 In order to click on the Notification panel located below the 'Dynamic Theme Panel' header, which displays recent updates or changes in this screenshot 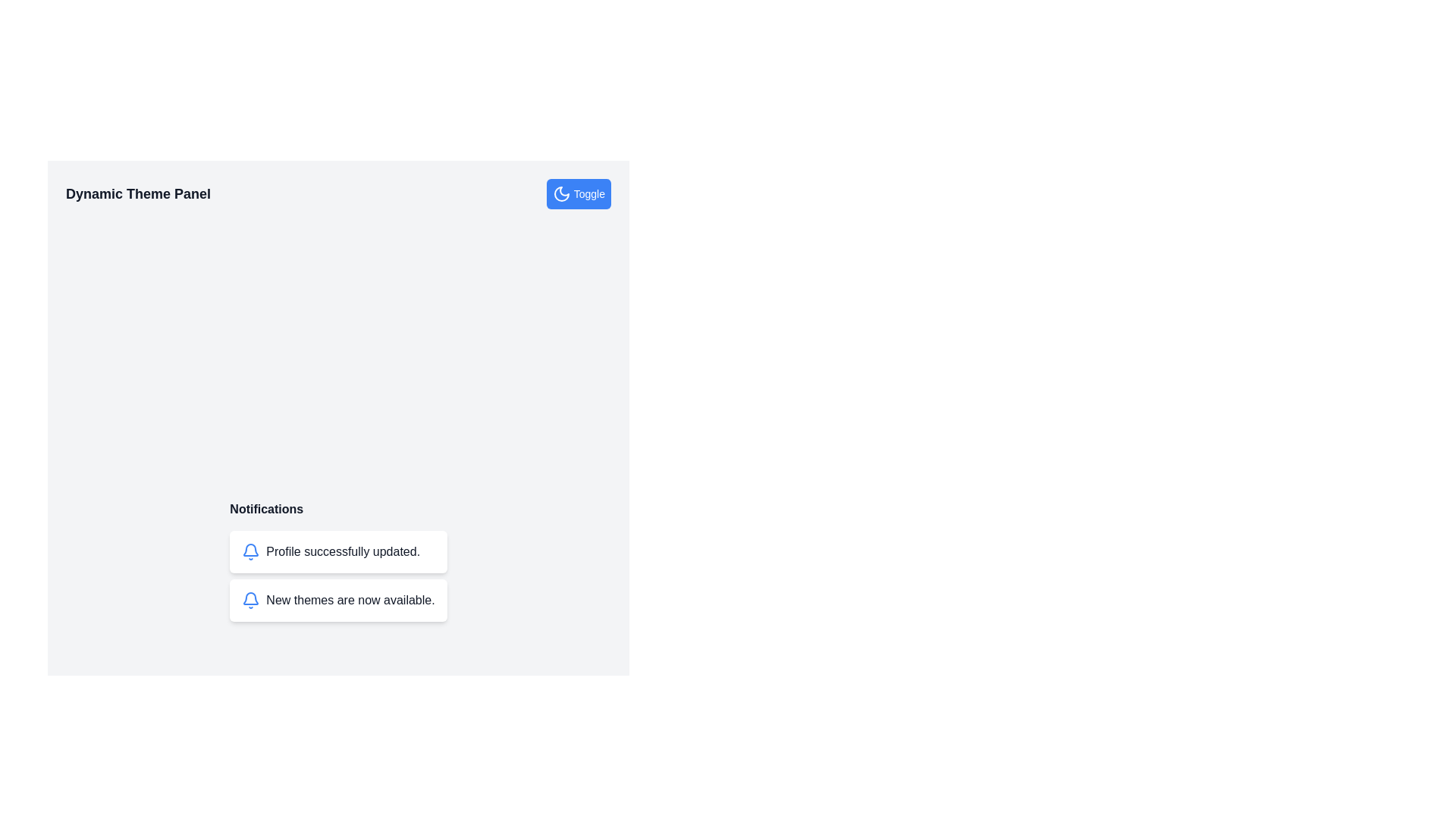, I will do `click(337, 561)`.